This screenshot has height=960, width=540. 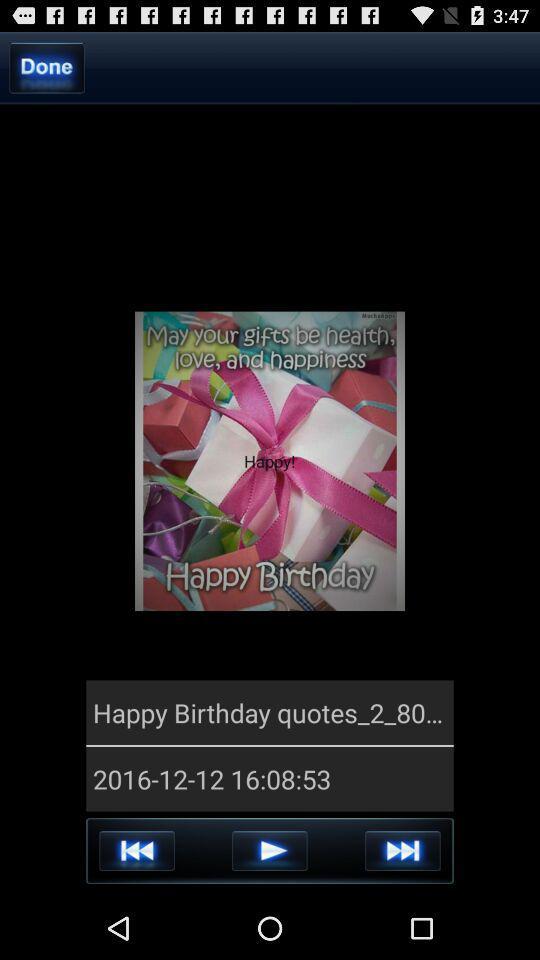 What do you see at coordinates (136, 910) in the screenshot?
I see `the av_rewind icon` at bounding box center [136, 910].